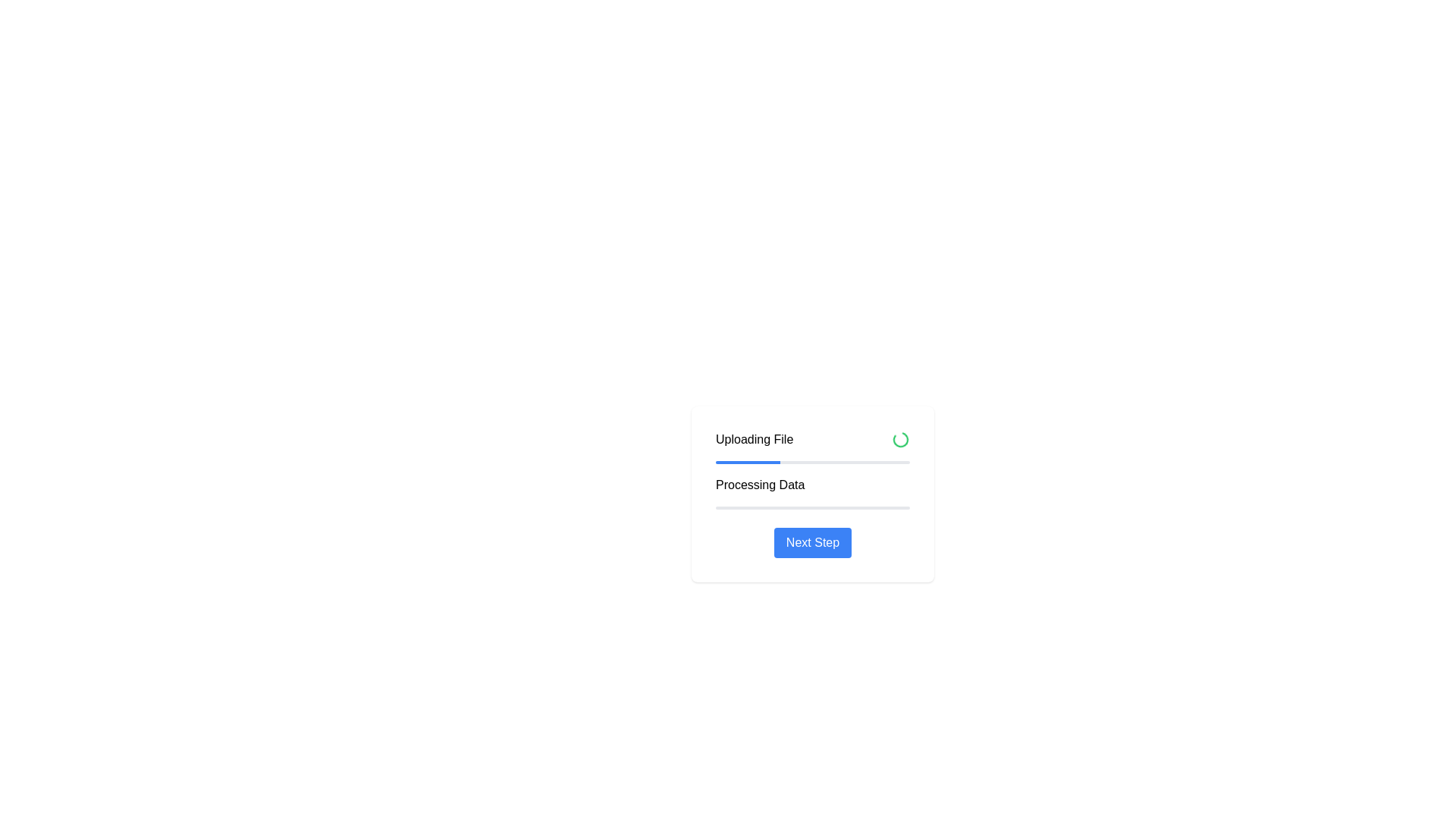 This screenshot has height=819, width=1456. Describe the element at coordinates (734, 461) in the screenshot. I see `the progress bar` at that location.